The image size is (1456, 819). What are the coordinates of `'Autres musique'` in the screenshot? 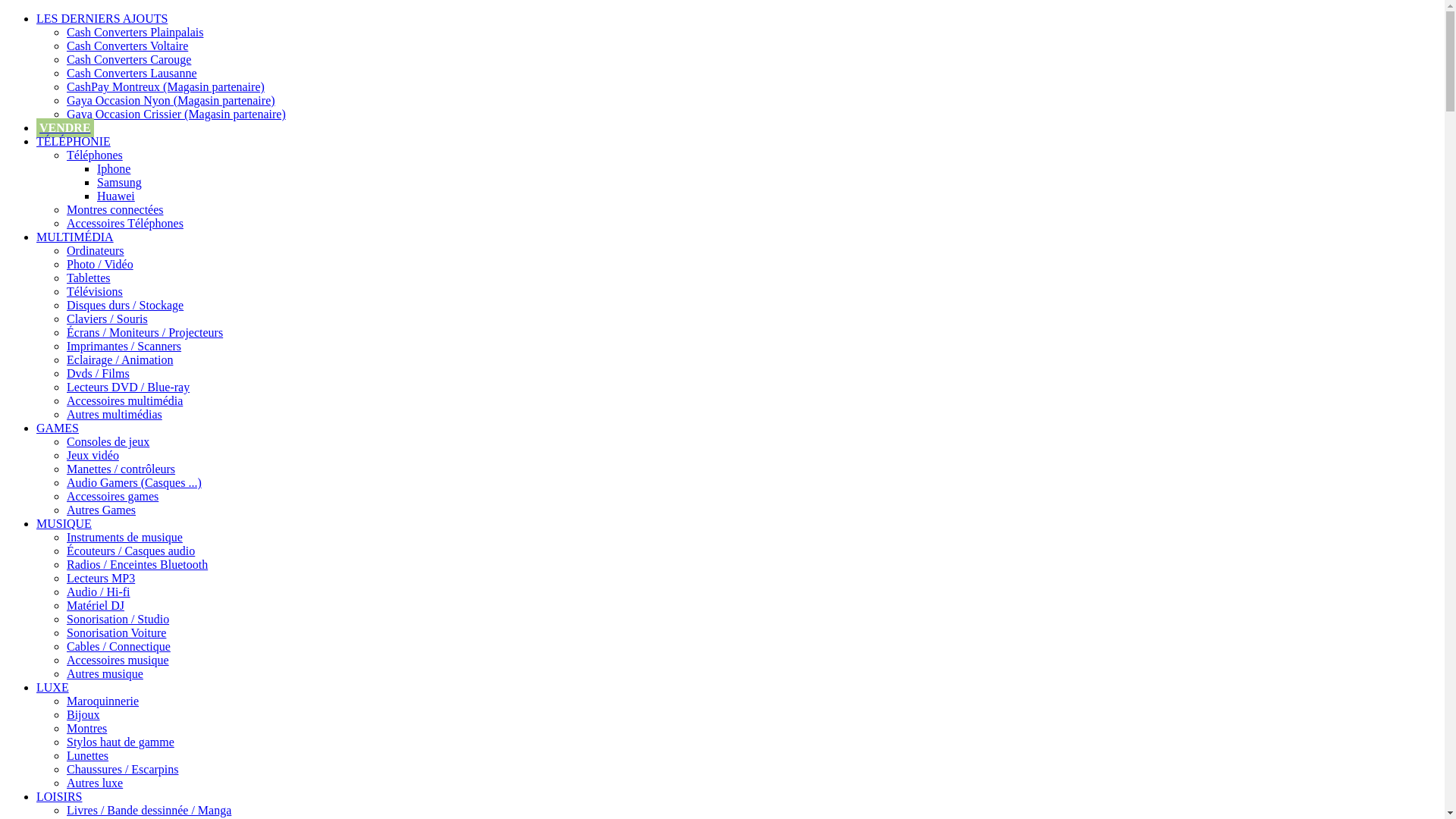 It's located at (104, 673).